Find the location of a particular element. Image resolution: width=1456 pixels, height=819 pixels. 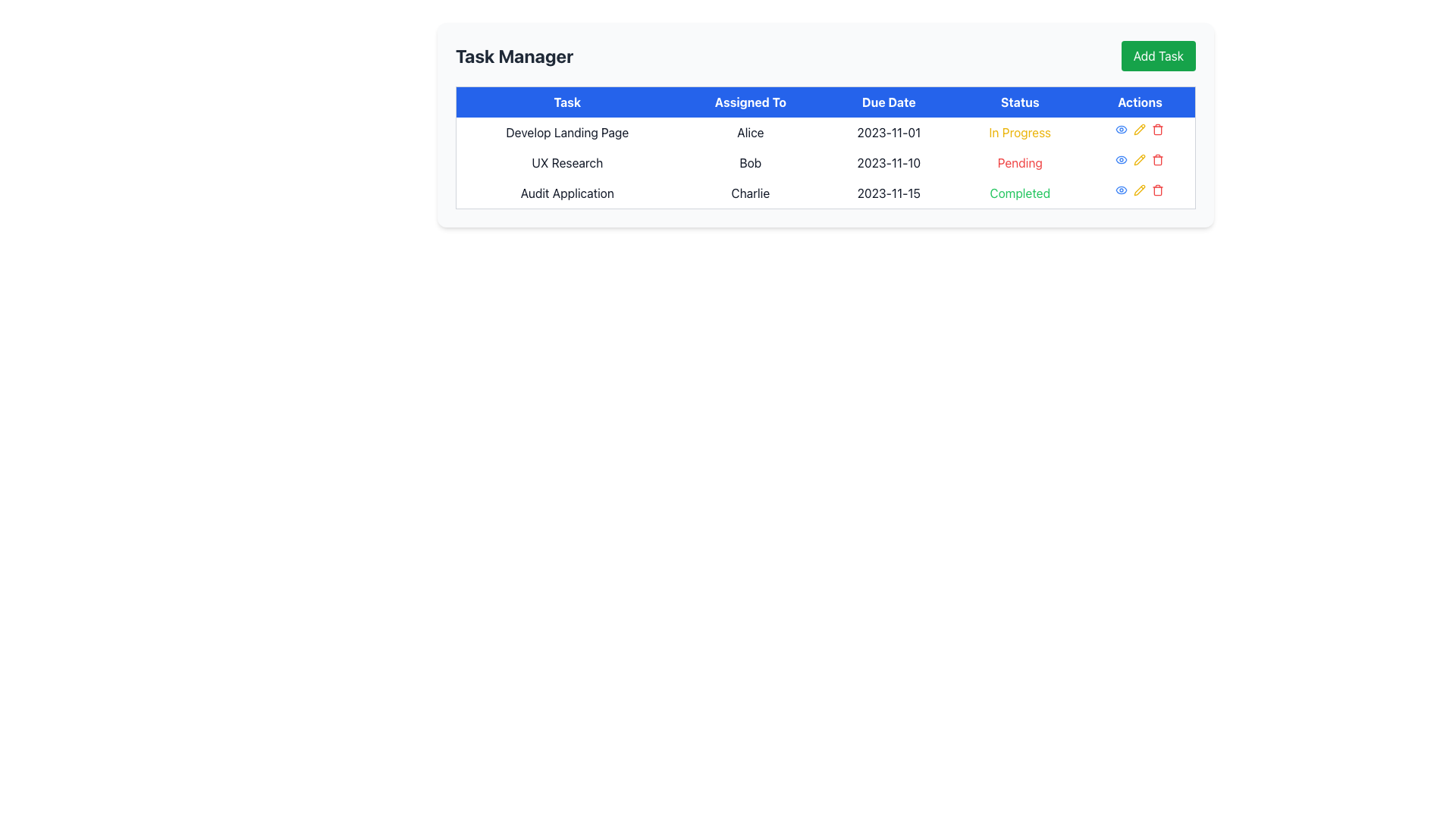

the interactive icon in the first row under the 'Actions' column of the task table is located at coordinates (1121, 128).